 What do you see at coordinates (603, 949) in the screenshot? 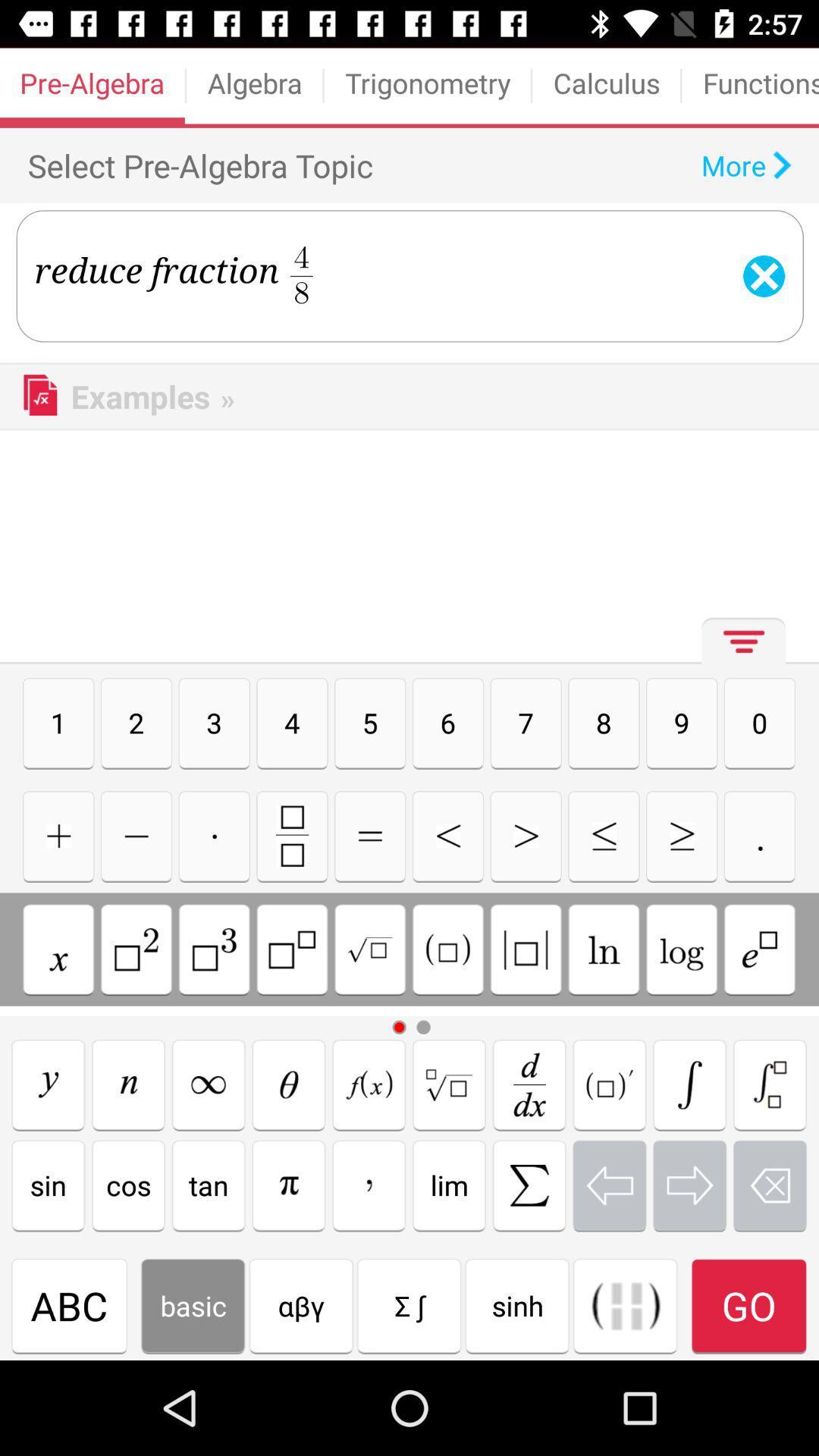
I see `ln` at bounding box center [603, 949].